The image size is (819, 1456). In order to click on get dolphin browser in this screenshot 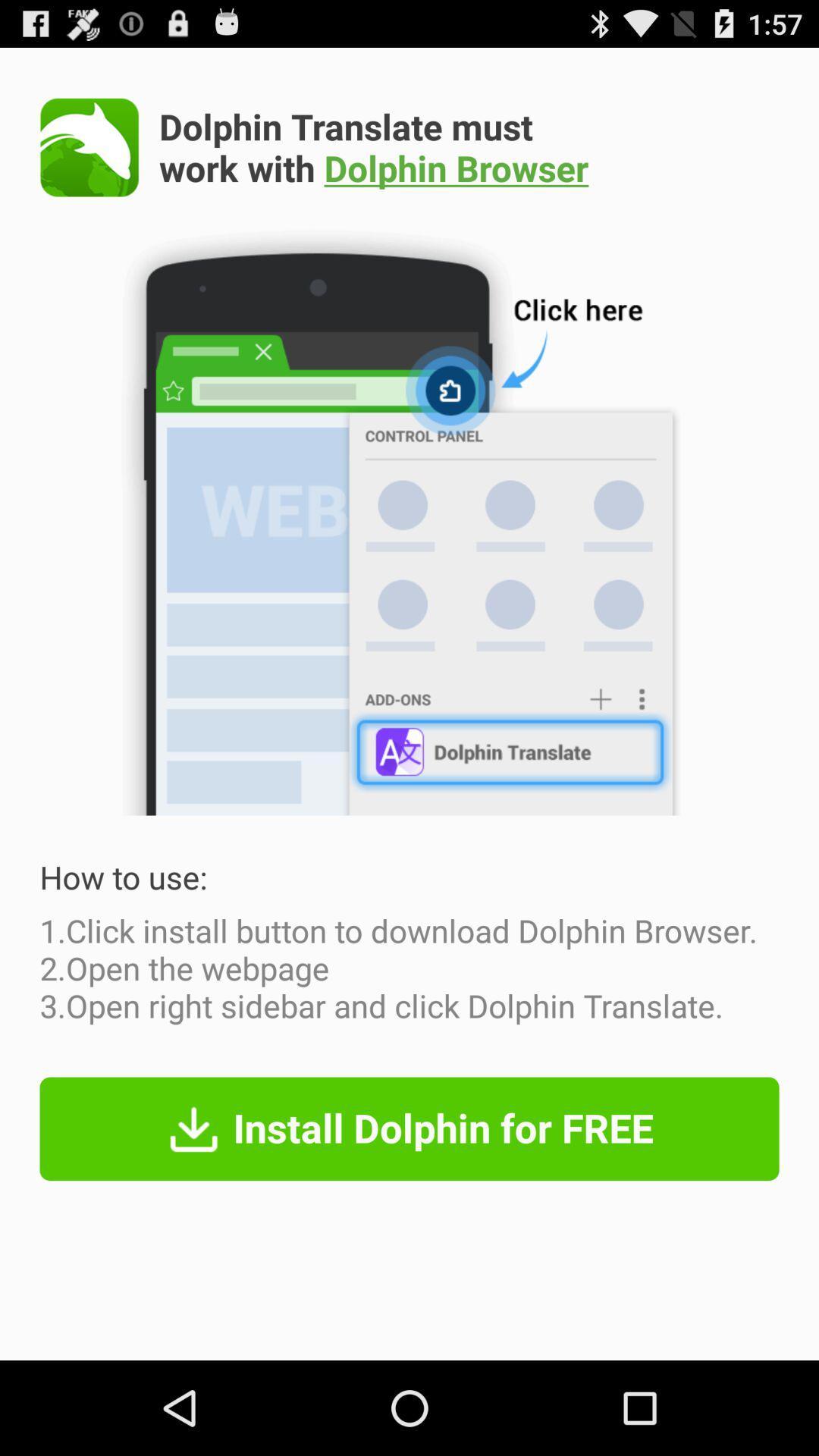, I will do `click(89, 147)`.